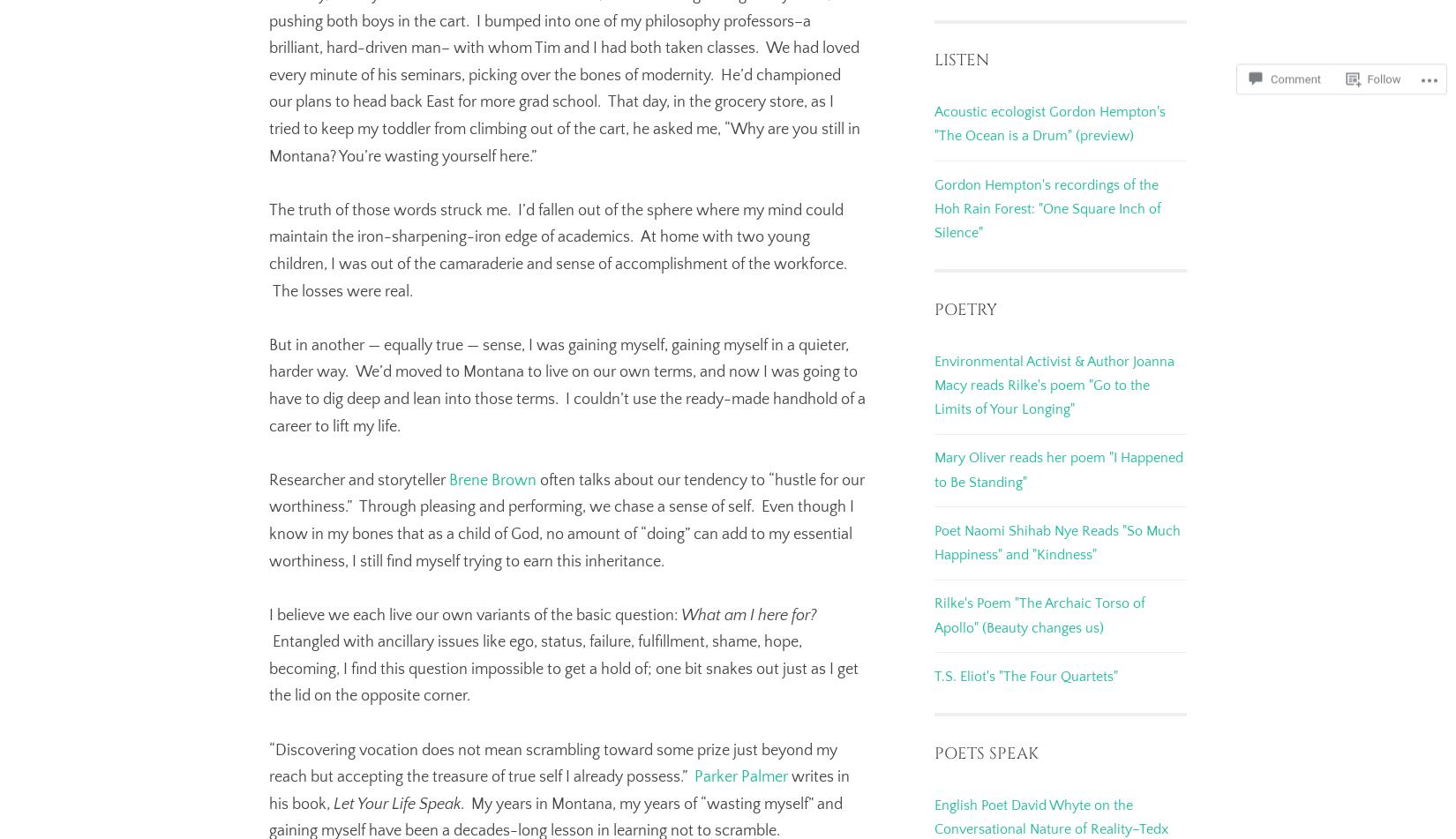 This screenshot has width=1456, height=839. I want to click on 'Poets Speak', so click(987, 752).